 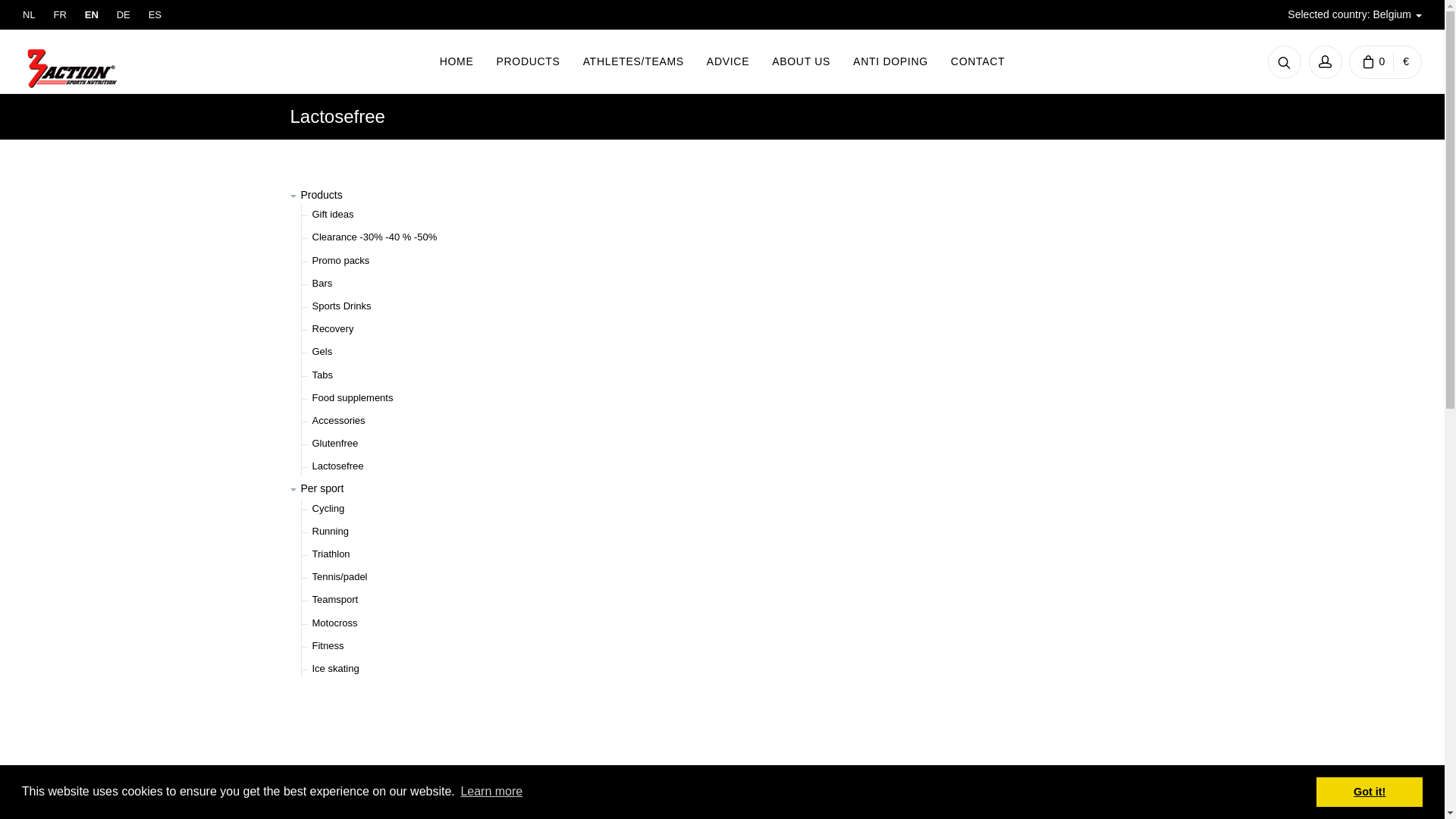 I want to click on 'Cycling', so click(x=328, y=508).